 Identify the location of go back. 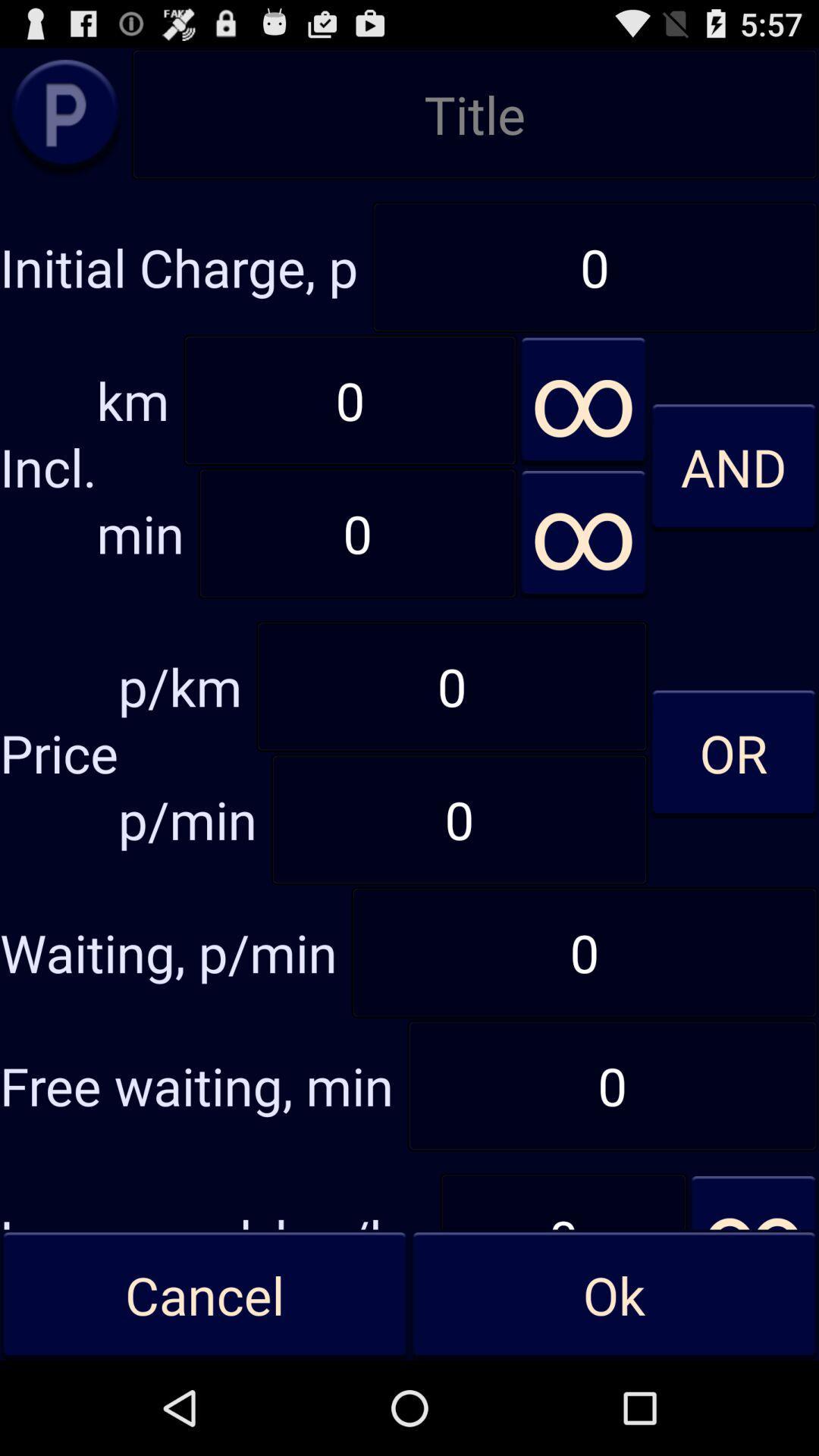
(64, 113).